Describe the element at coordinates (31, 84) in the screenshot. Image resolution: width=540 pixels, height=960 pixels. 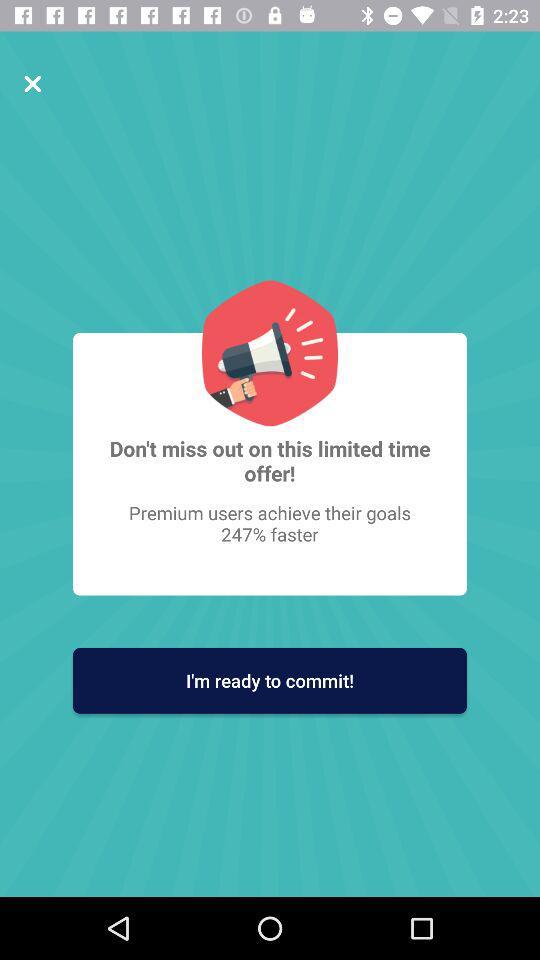
I see `the item at the top left corner` at that location.